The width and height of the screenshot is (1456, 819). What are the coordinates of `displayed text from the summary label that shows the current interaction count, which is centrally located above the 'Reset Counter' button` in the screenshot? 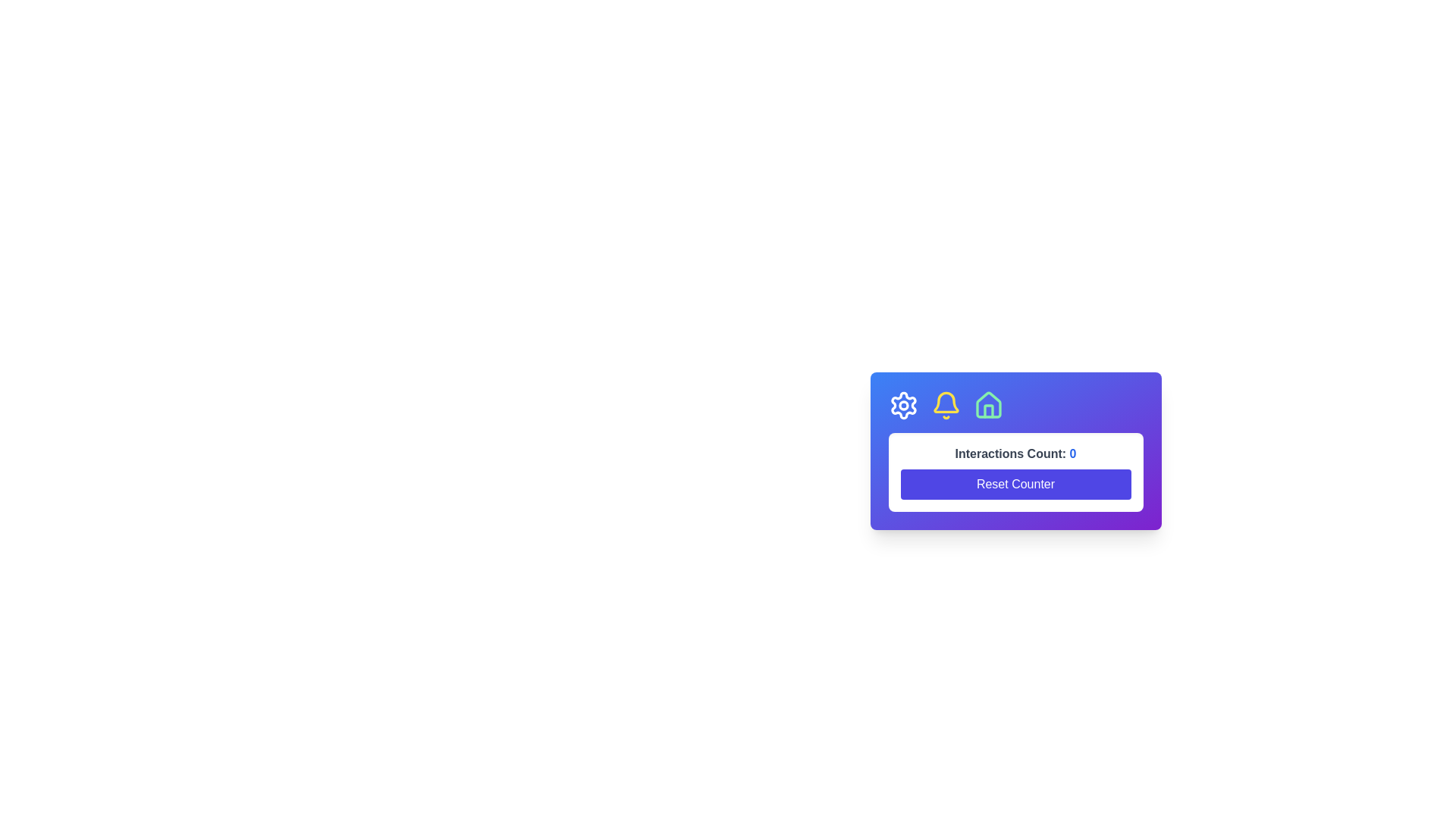 It's located at (1015, 453).